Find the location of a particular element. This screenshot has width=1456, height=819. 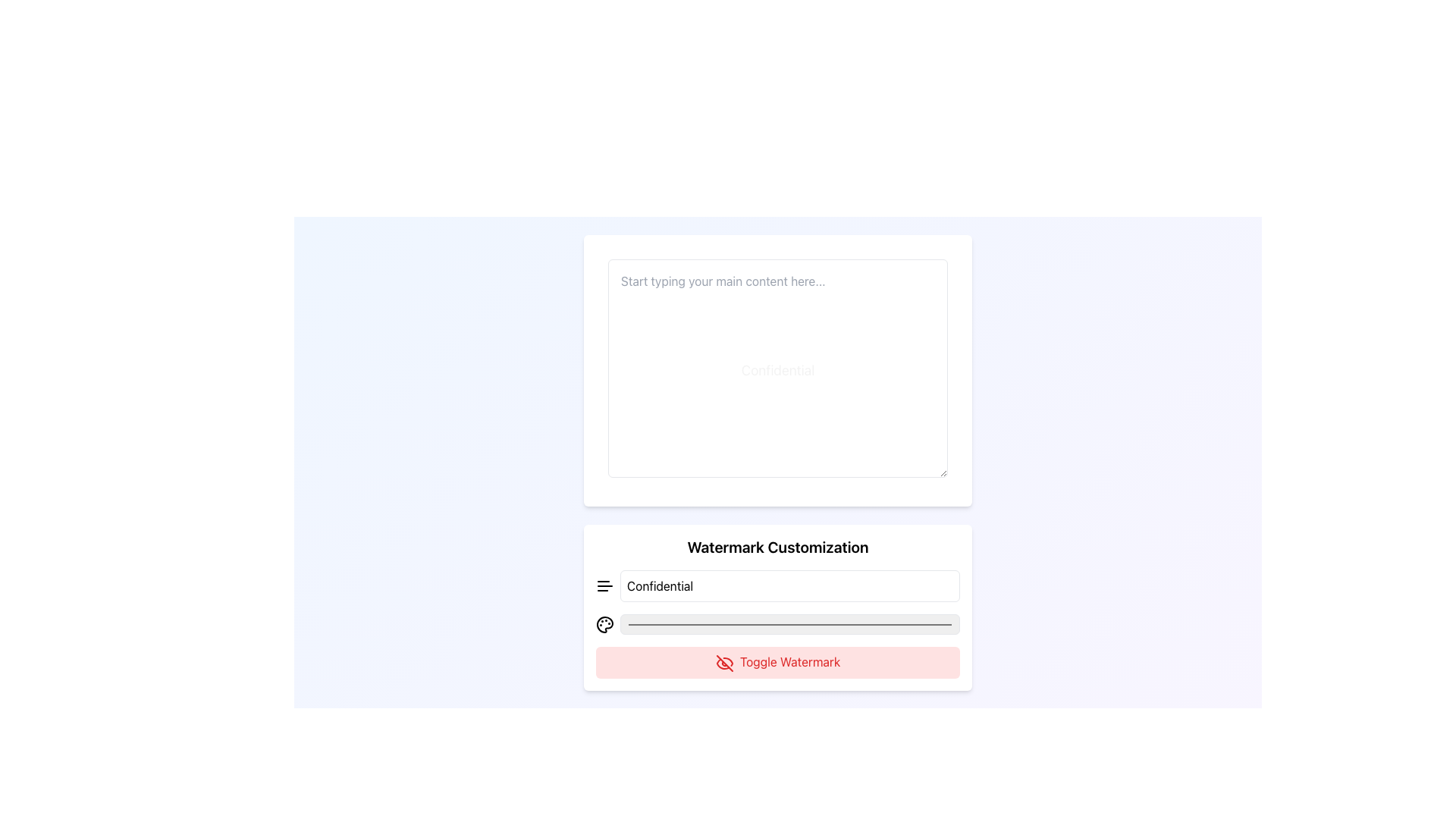

the color or style customization icon located in the Watermark Customization section, which is positioned first to the left of the 'Confidential' text field is located at coordinates (604, 624).